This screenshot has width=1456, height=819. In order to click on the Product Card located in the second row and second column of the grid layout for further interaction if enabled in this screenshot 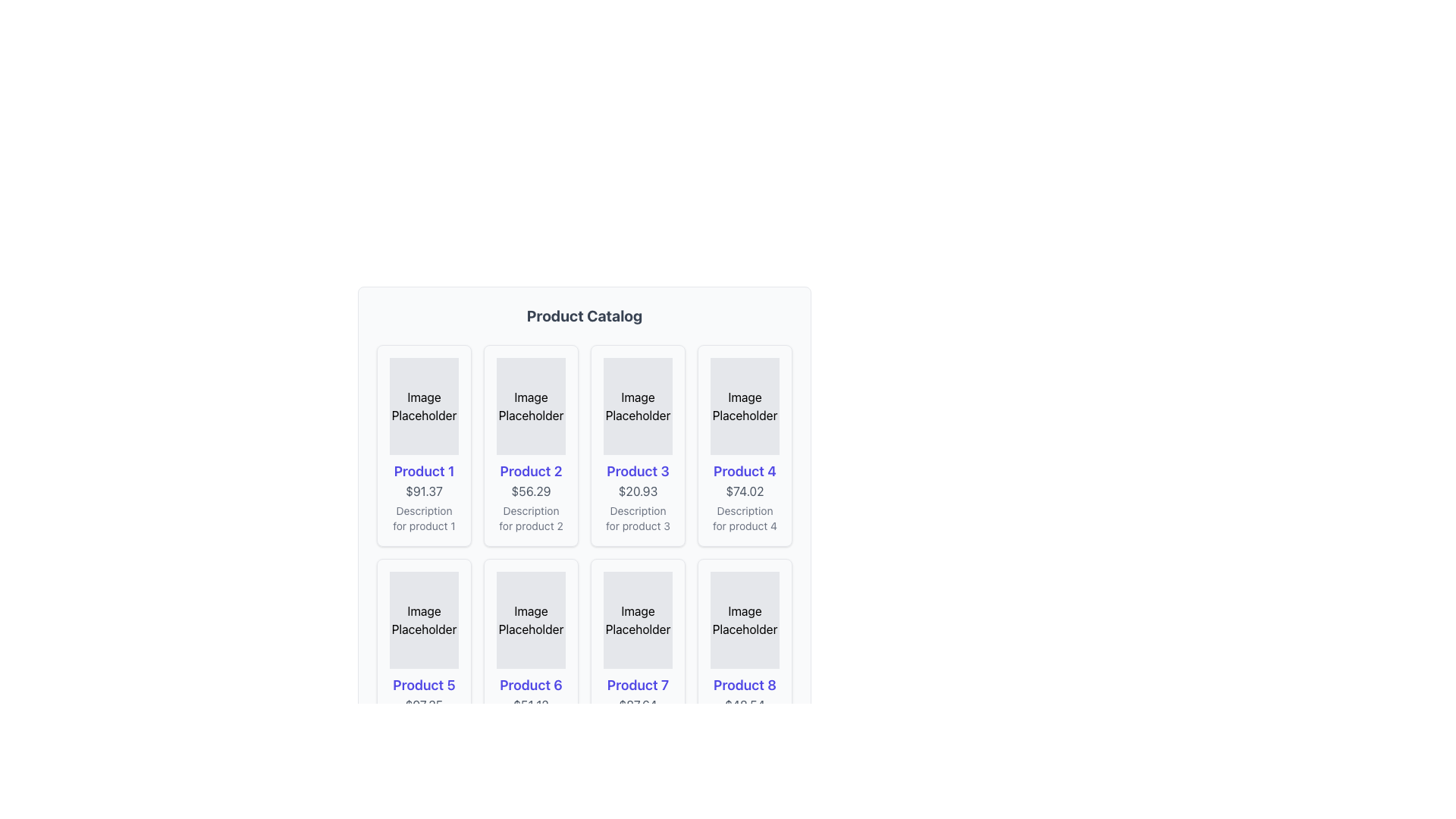, I will do `click(531, 659)`.